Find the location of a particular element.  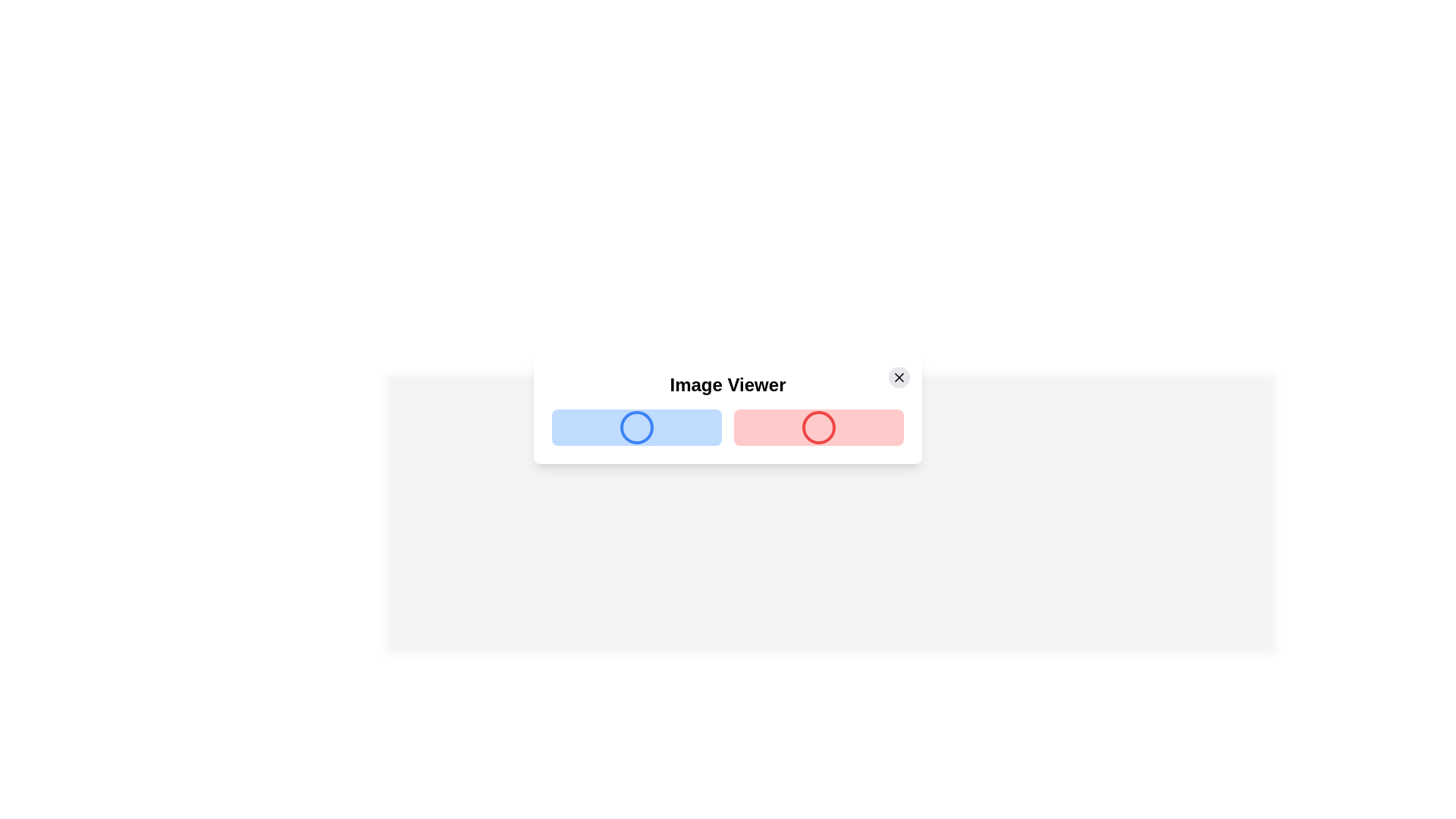

the small circular button with a light gray background and a black 'X' icon is located at coordinates (899, 376).